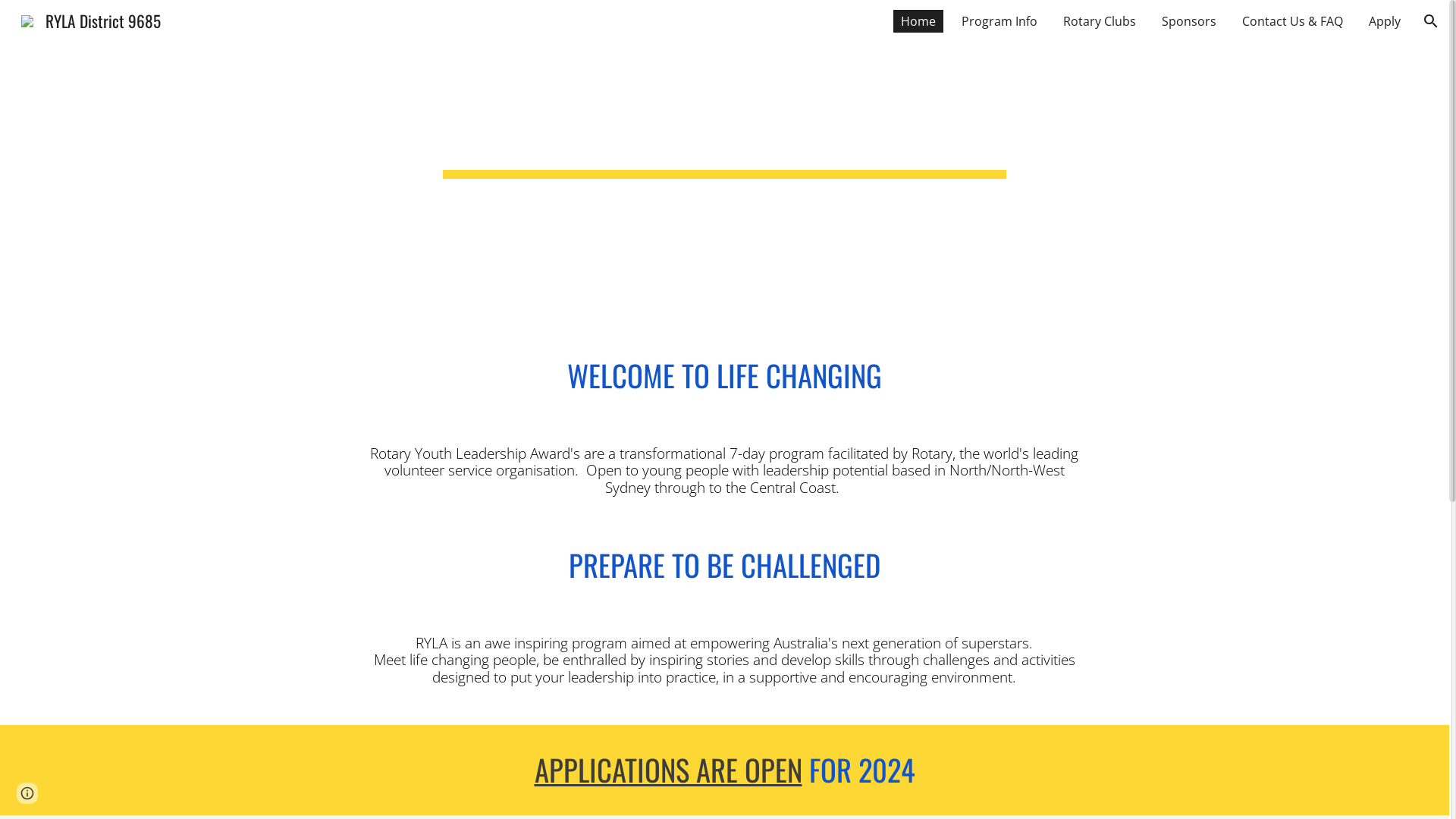 Image resolution: width=1456 pixels, height=819 pixels. I want to click on 'Rotary Clubs', so click(1099, 20).